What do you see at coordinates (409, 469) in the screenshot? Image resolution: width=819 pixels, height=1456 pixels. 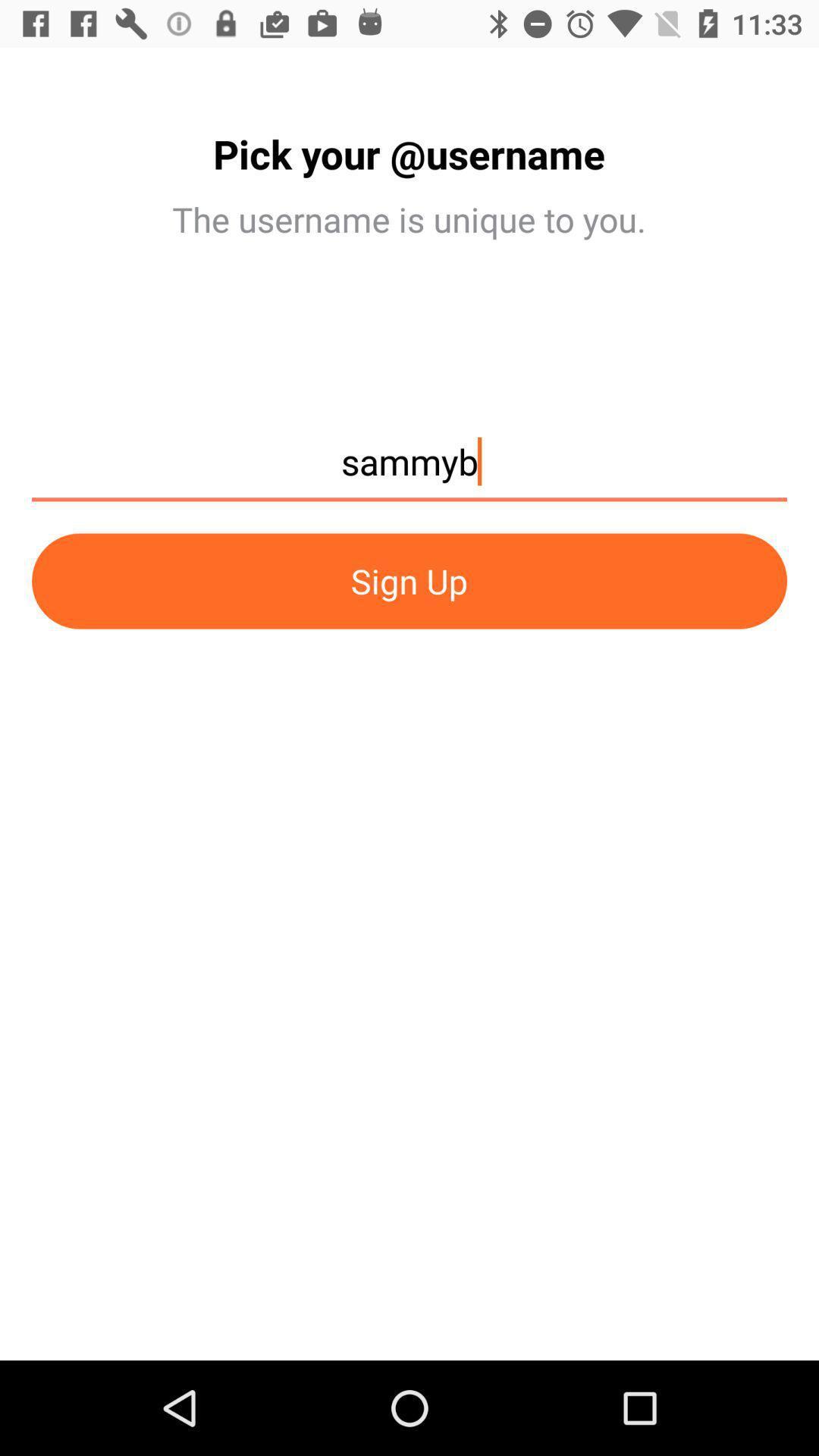 I see `item below the the username is` at bounding box center [409, 469].